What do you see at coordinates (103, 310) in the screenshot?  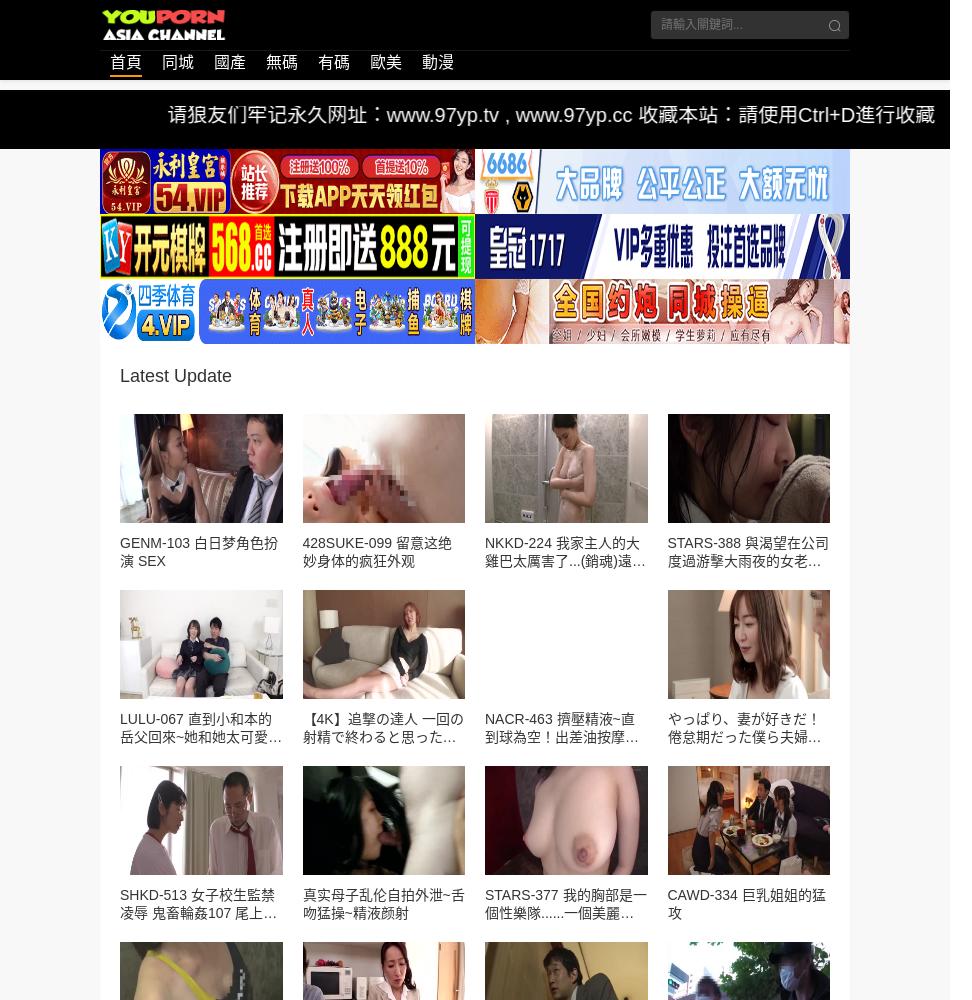 I see `'作者:'` at bounding box center [103, 310].